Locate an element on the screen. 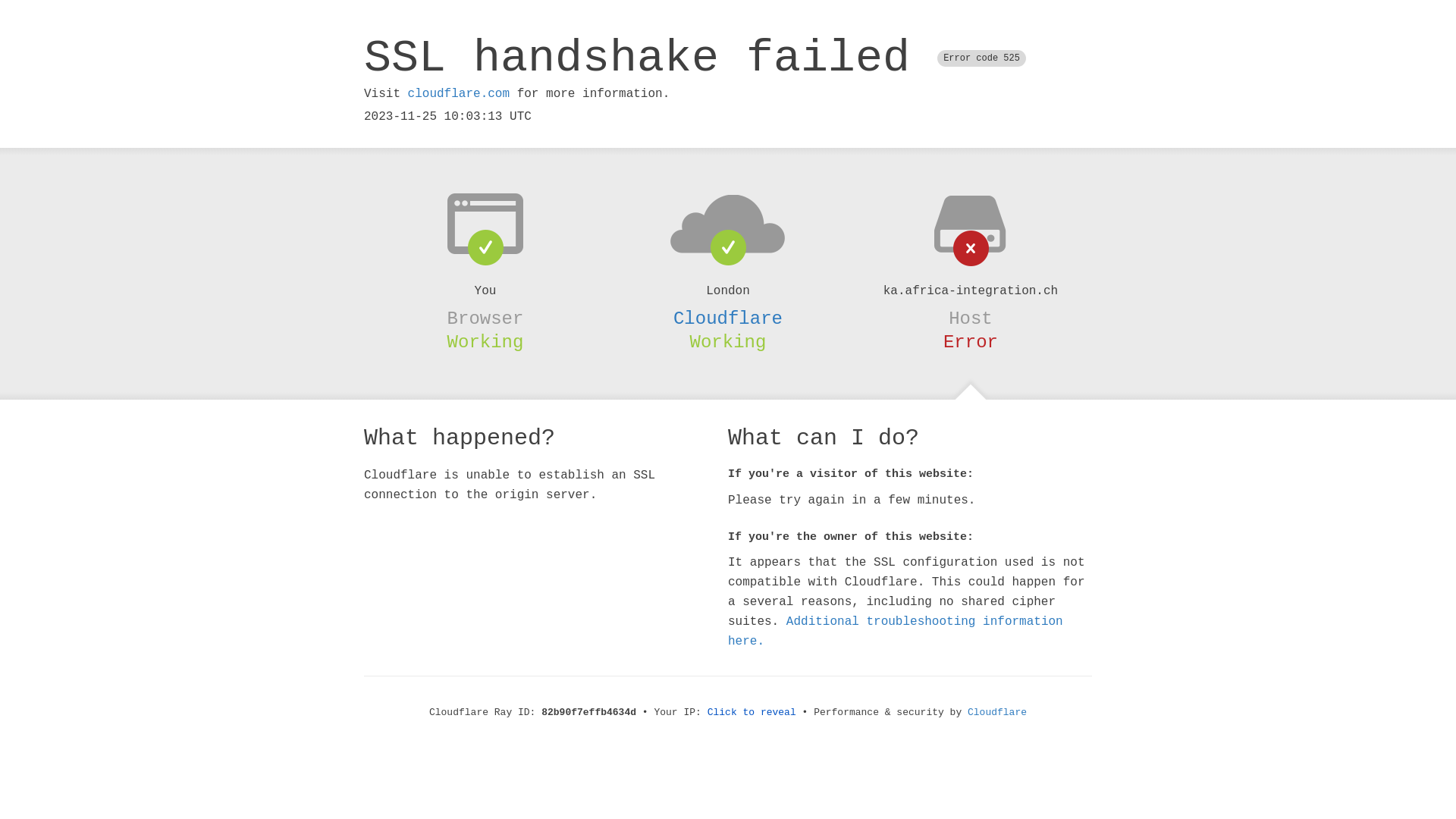 This screenshot has height=819, width=1456. 'Cloudflare' is located at coordinates (728, 318).